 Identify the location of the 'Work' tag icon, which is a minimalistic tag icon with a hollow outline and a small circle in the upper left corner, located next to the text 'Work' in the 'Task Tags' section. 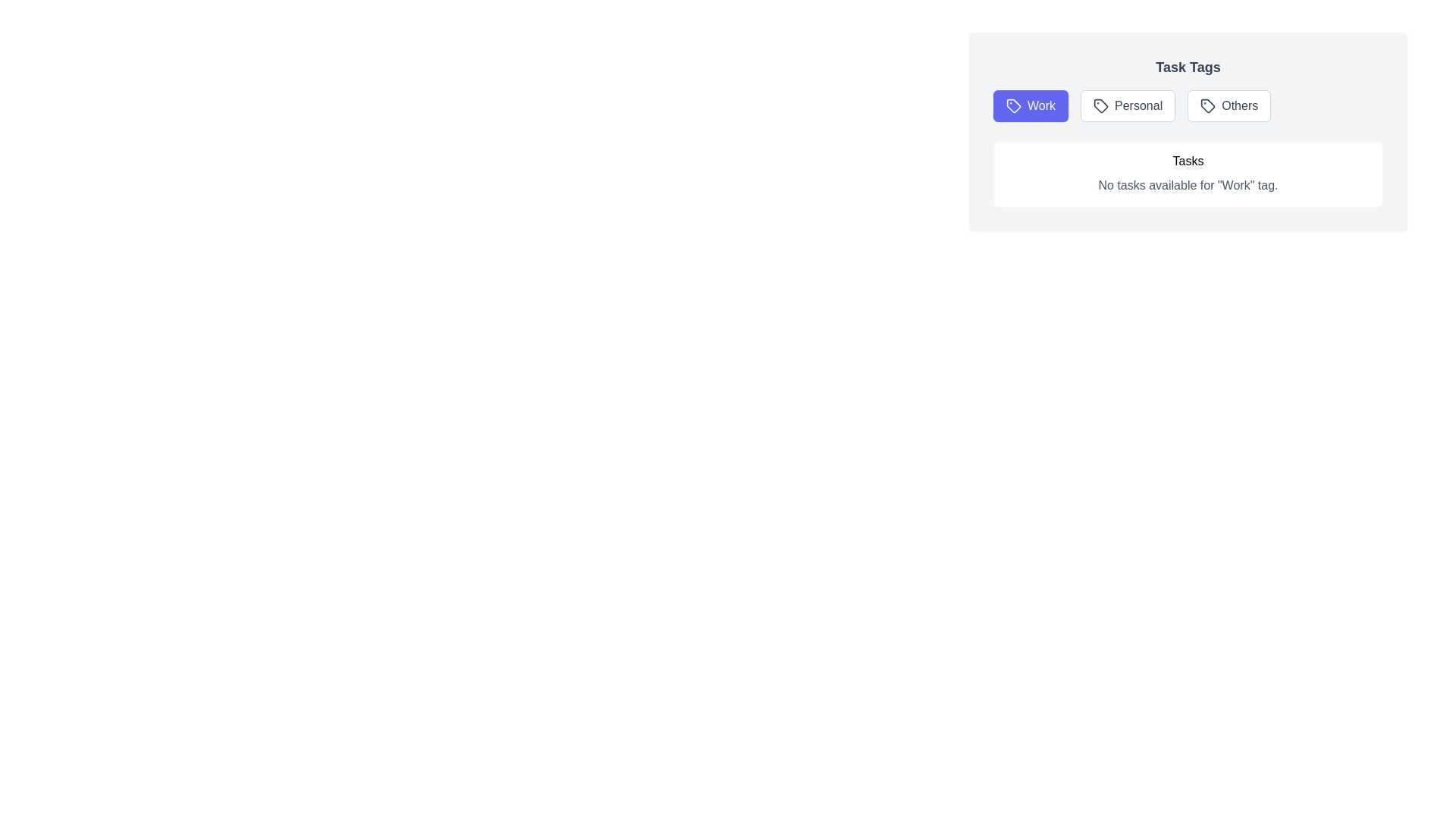
(1014, 105).